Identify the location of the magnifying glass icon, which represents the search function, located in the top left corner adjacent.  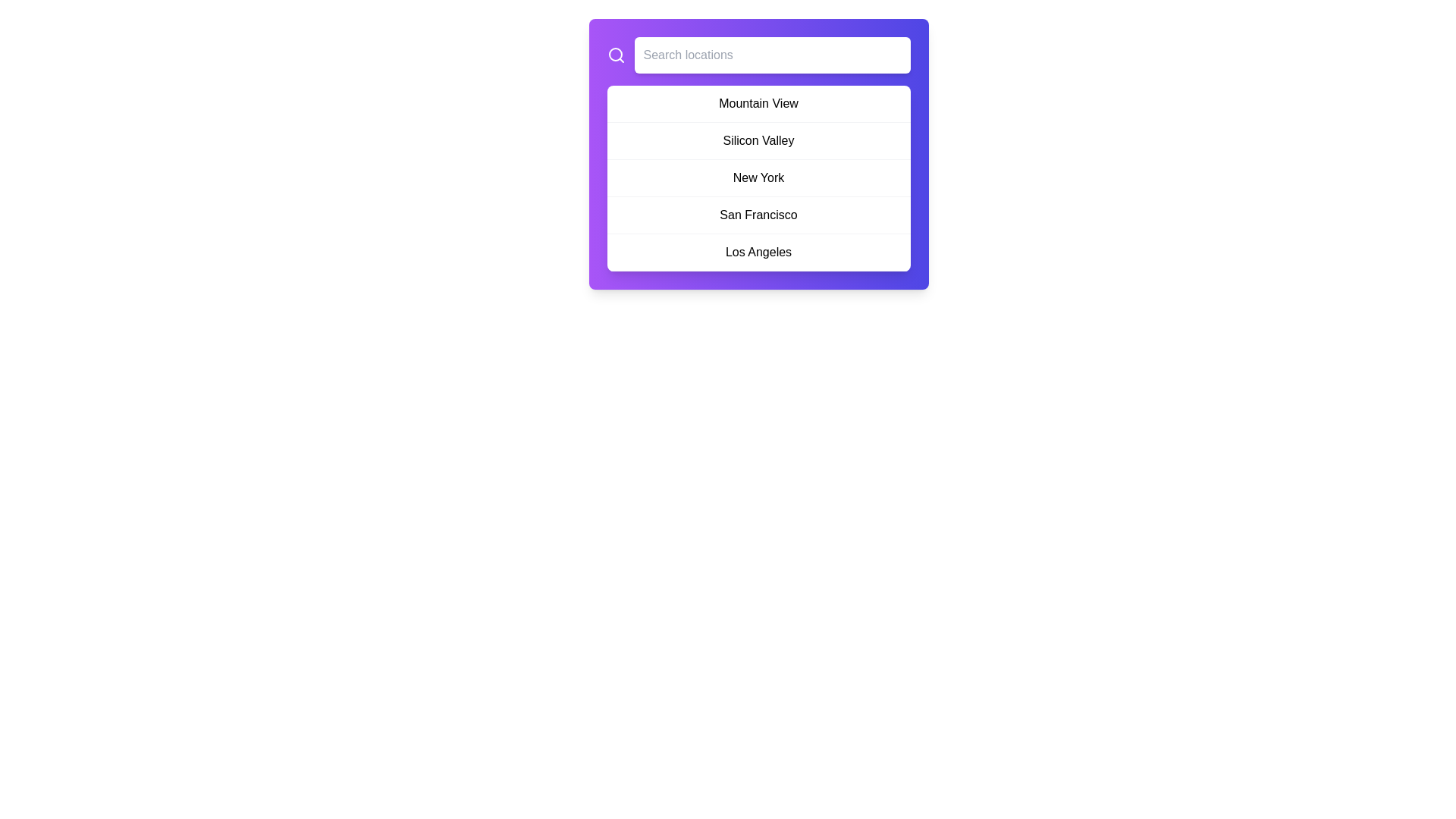
(616, 55).